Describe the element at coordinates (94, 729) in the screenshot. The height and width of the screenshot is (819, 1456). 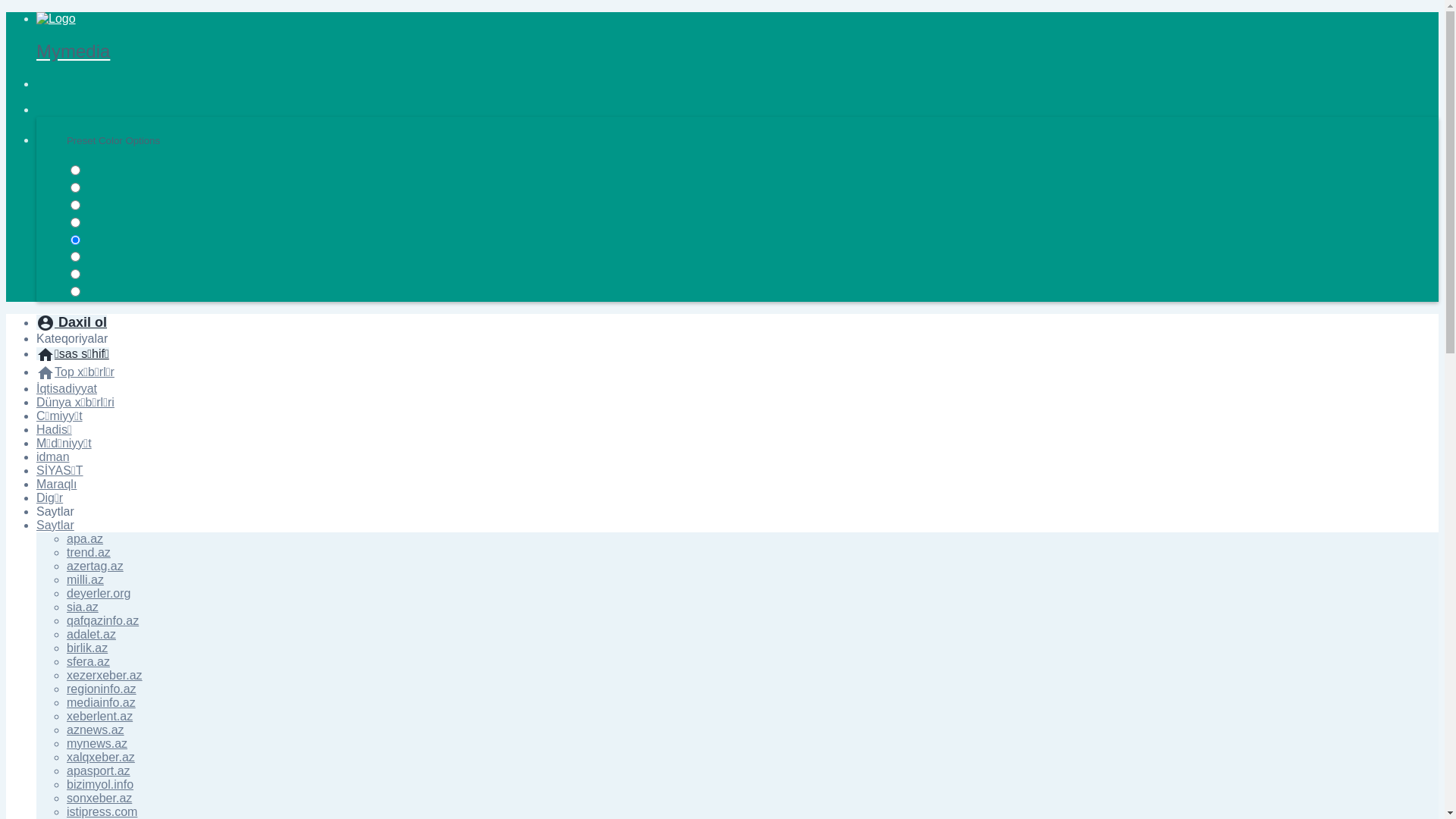
I see `'aznews.az'` at that location.